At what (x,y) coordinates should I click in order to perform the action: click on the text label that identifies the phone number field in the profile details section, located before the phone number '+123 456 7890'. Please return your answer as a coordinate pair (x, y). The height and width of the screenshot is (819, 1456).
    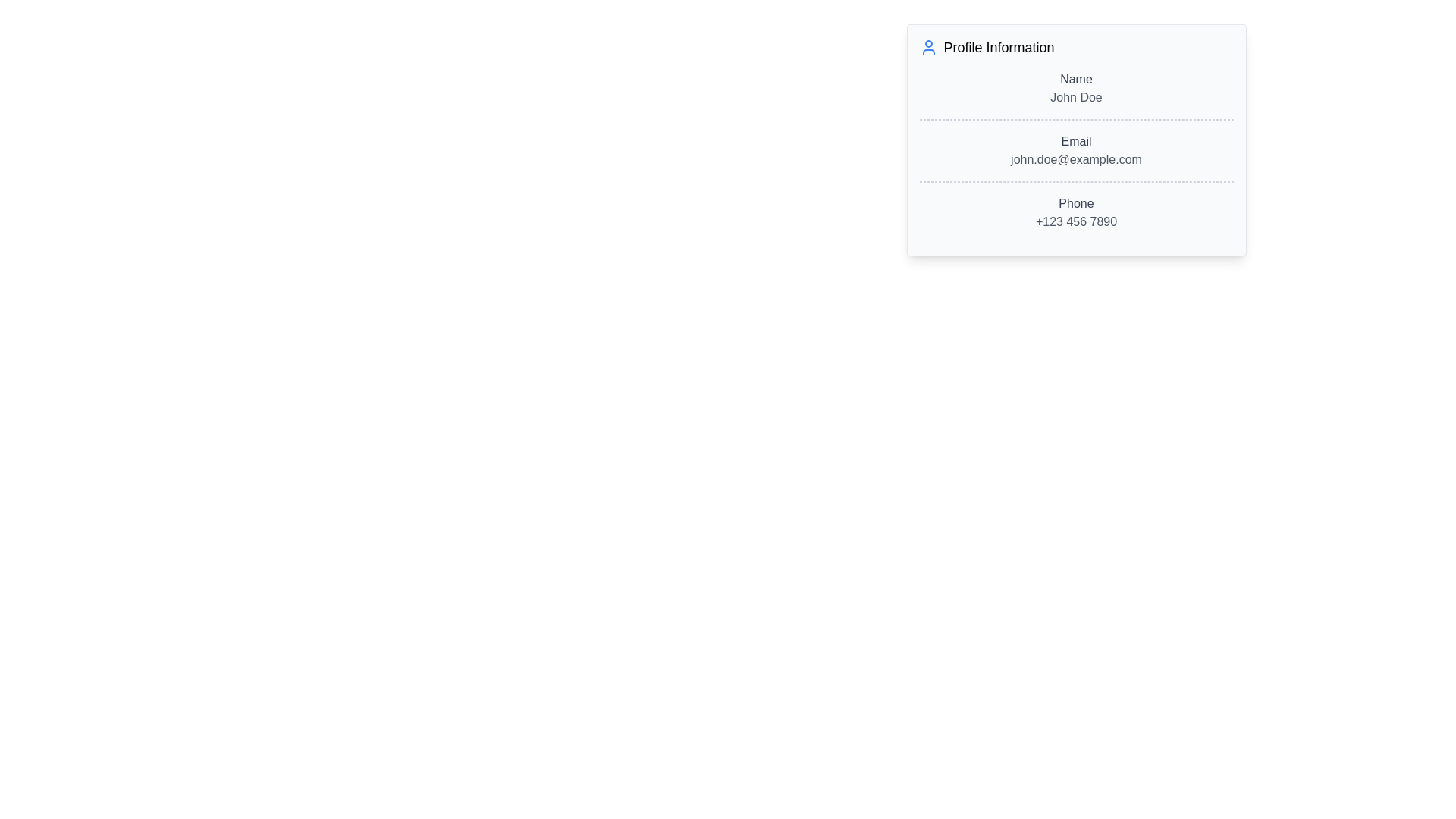
    Looking at the image, I should click on (1075, 203).